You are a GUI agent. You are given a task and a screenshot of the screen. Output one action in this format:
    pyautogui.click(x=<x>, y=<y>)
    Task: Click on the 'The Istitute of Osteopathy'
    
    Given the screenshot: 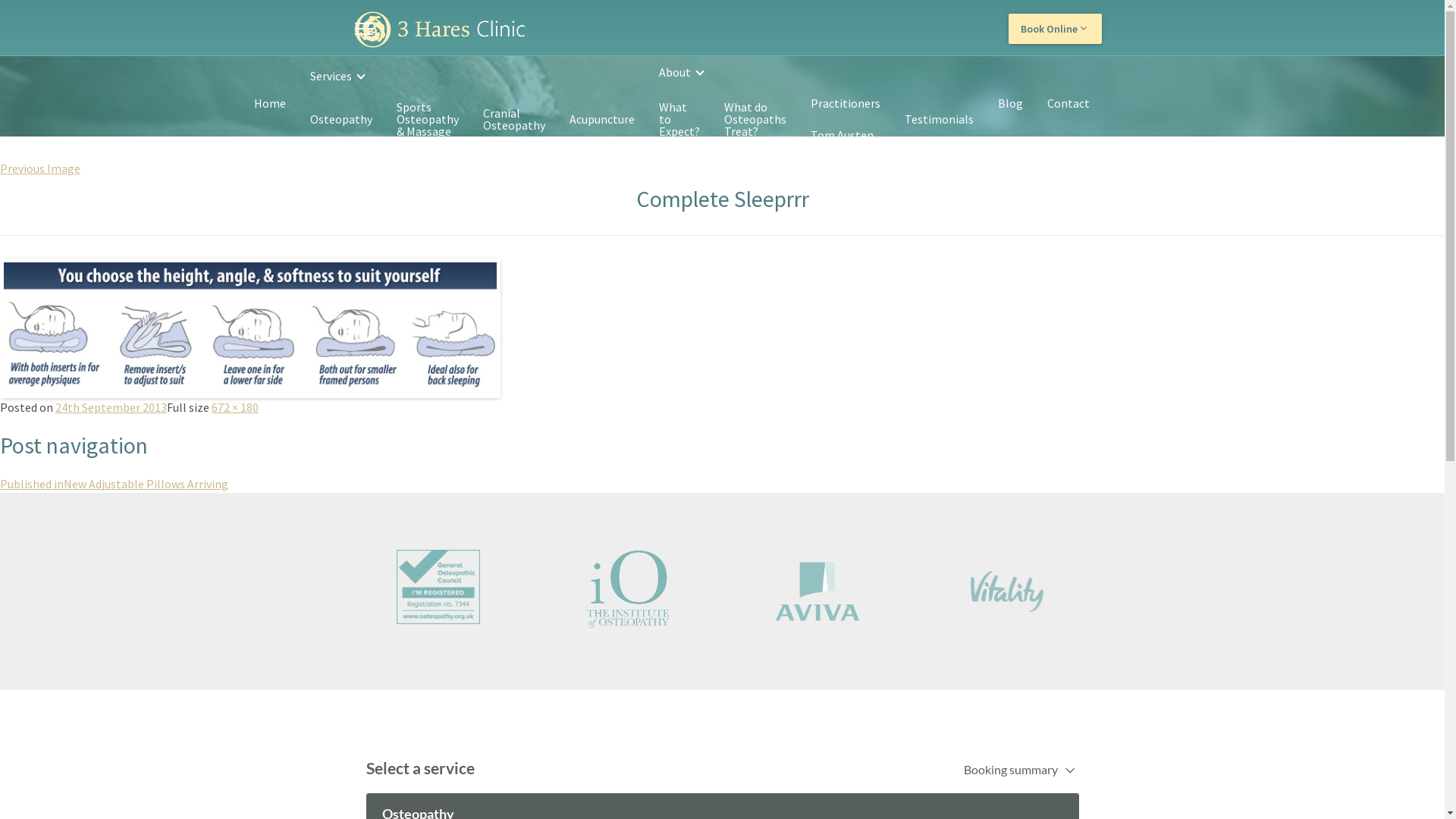 What is the action you would take?
    pyautogui.click(x=544, y=588)
    